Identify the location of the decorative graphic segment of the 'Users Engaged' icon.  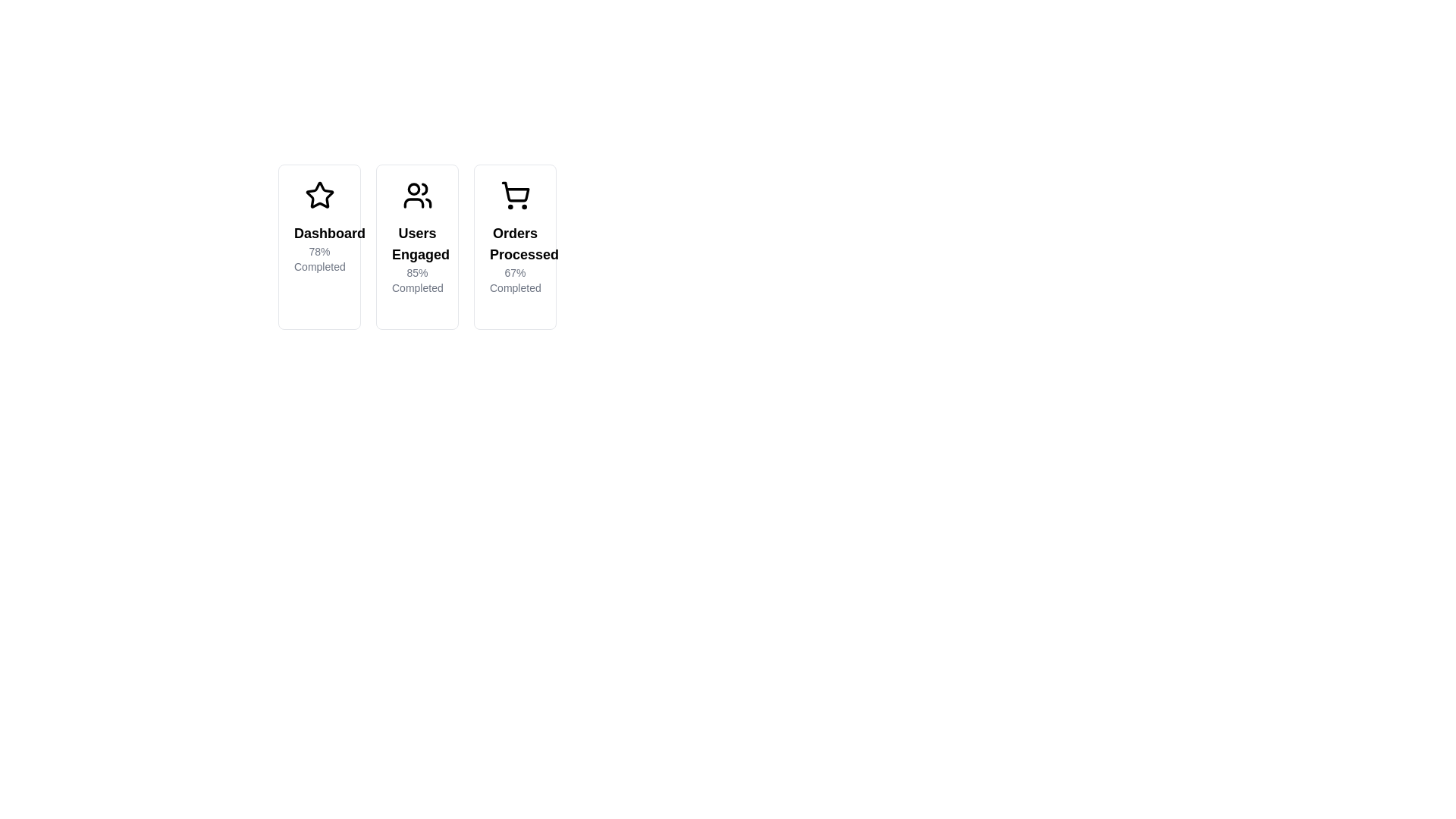
(413, 188).